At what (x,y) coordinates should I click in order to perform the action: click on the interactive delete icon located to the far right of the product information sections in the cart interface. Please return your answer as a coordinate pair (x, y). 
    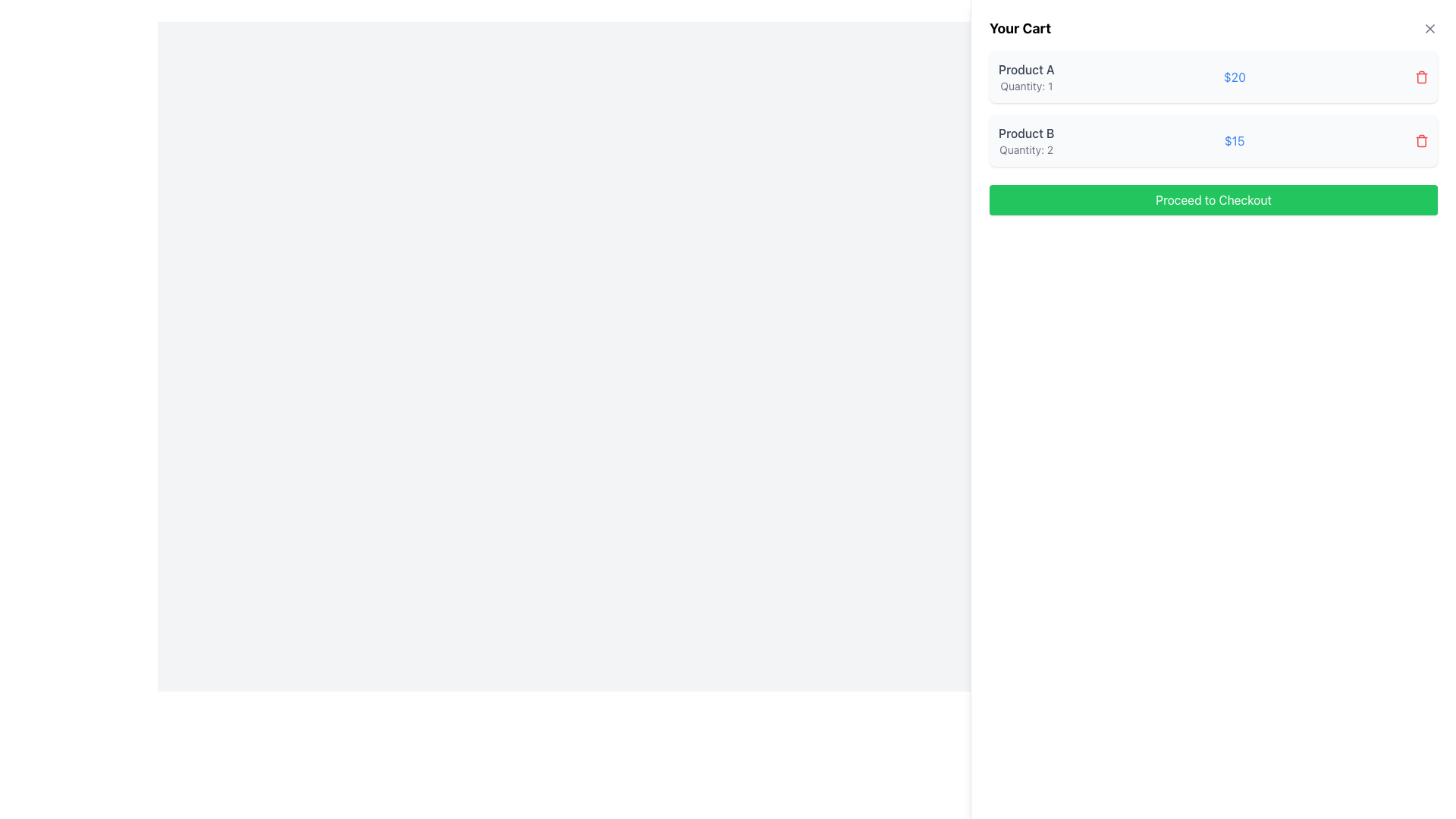
    Looking at the image, I should click on (1421, 78).